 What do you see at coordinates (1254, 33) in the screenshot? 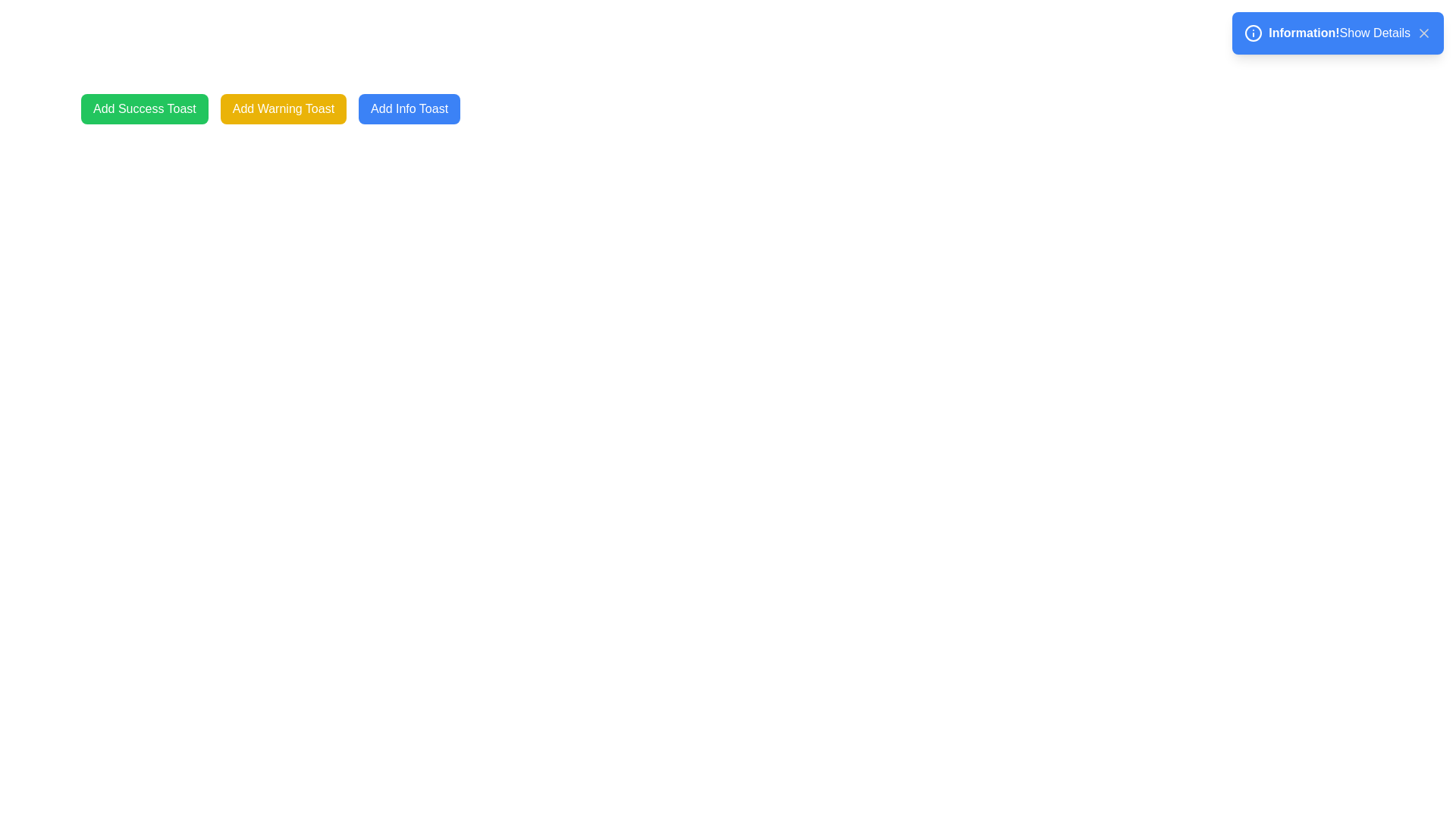
I see `the circular boundary of the information icon, which is styled in blue and white colors, located prominently to the left of the 'Information!' text in the blue notification bar at the top-right corner of the interface` at bounding box center [1254, 33].